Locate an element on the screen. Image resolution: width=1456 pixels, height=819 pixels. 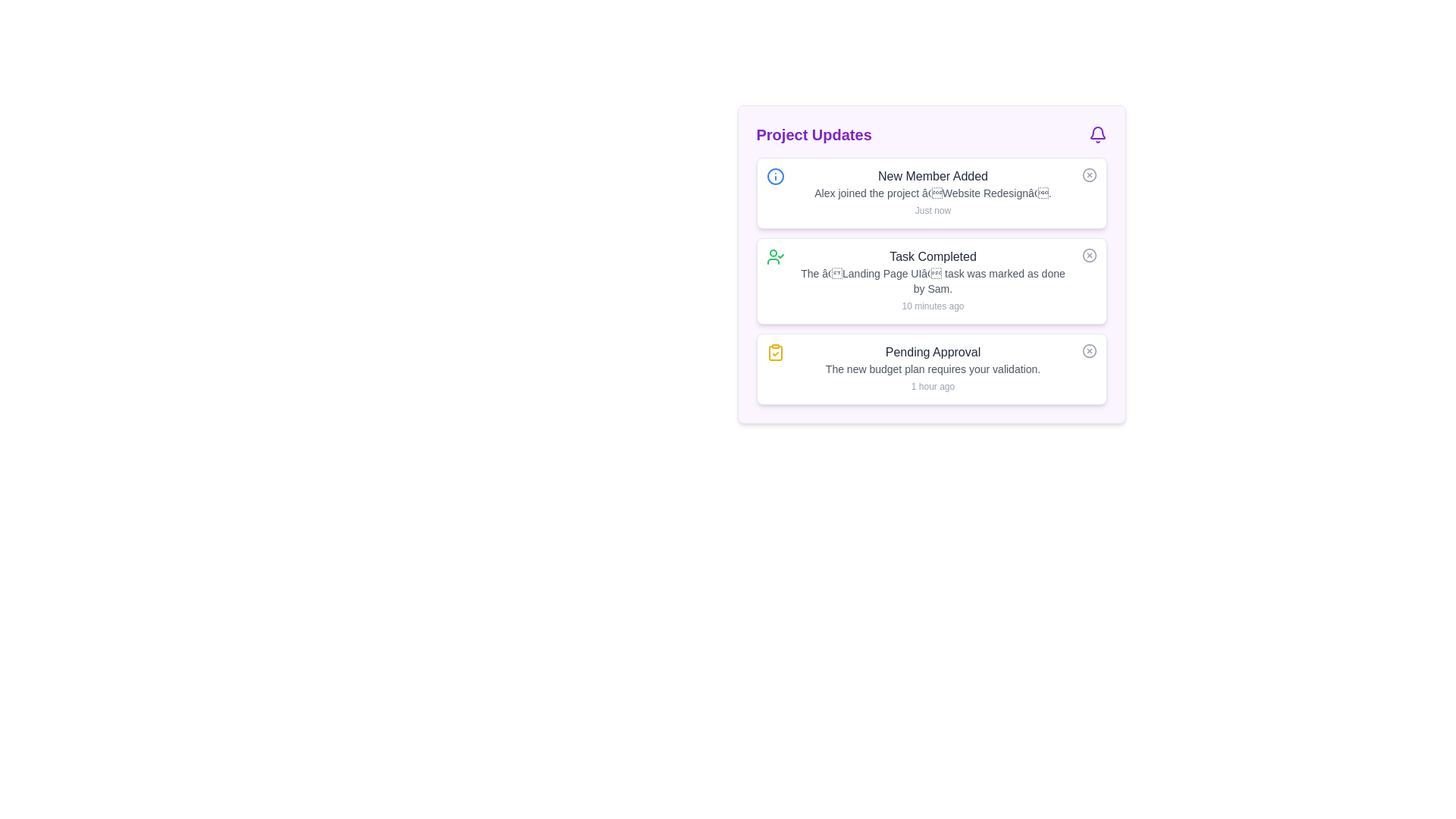
the text node displaying 'Alex joined the project ‘Website Redesign’.' which is located below the headline 'New Member Added' and above the timestamp 'Just now' within the notification card is located at coordinates (932, 192).